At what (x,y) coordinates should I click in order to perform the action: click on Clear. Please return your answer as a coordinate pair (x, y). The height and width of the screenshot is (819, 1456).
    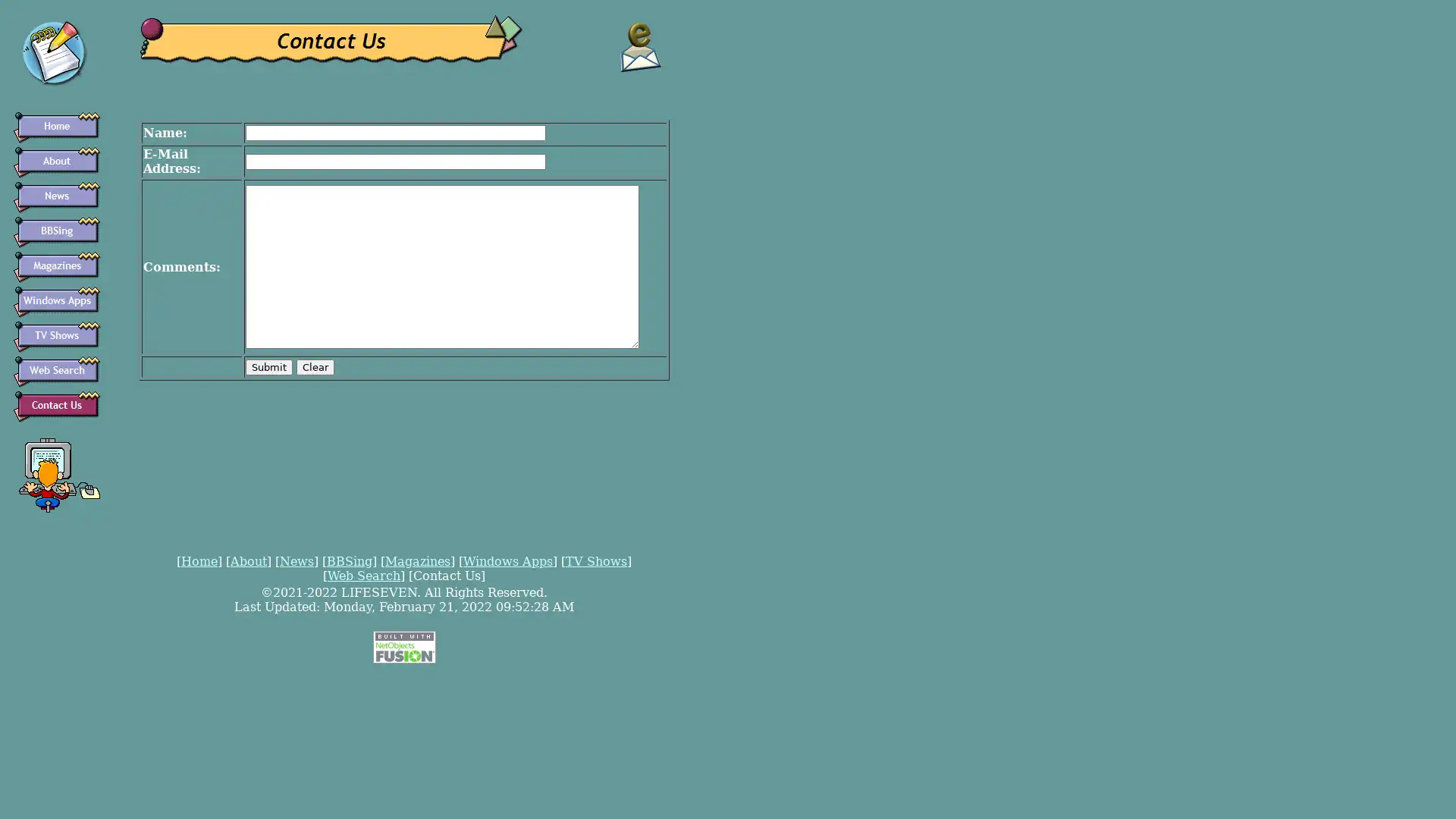
    Looking at the image, I should click on (315, 366).